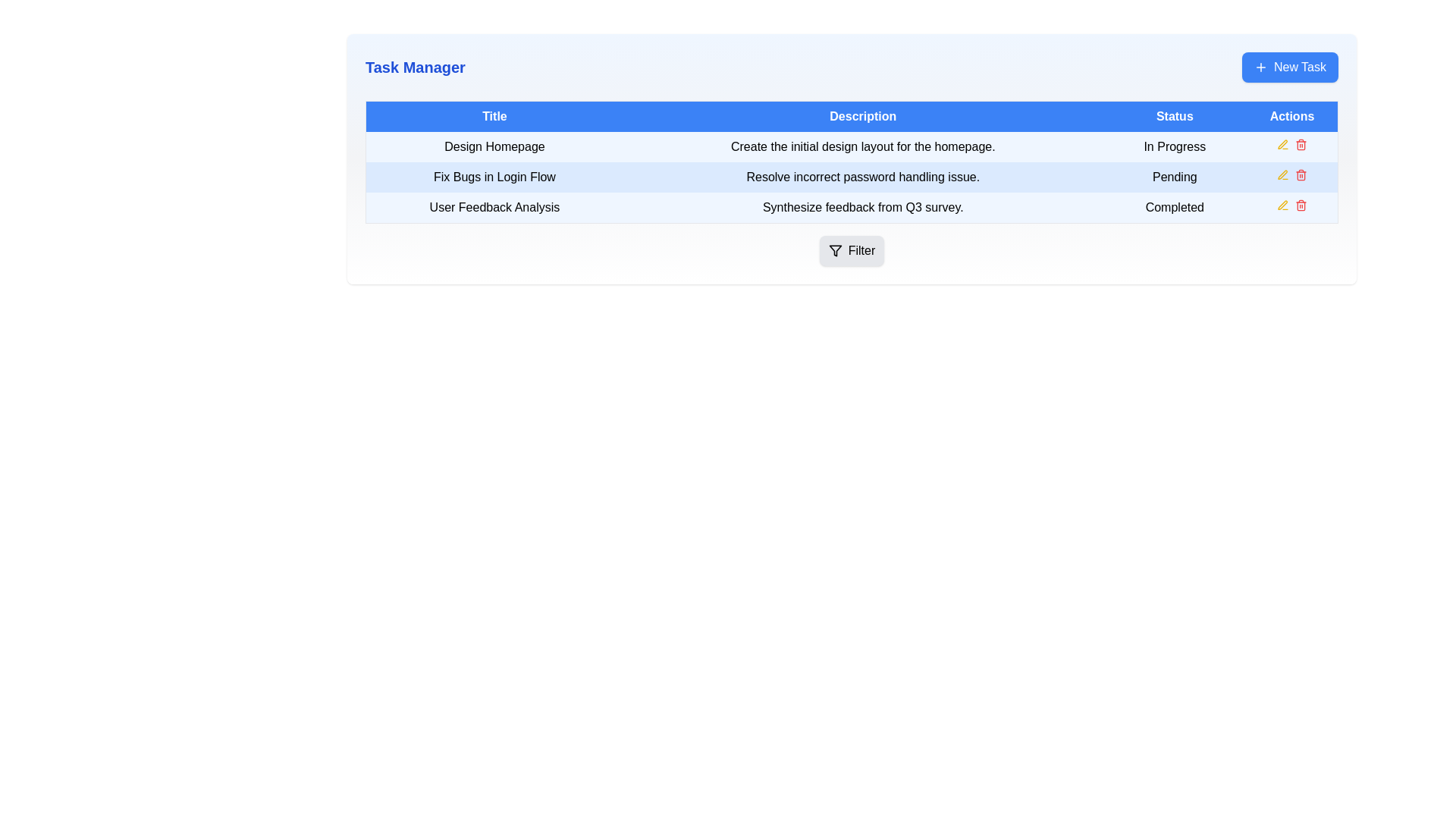 Image resolution: width=1456 pixels, height=819 pixels. Describe the element at coordinates (1281, 174) in the screenshot. I see `the pen icon button in the 'Actions' column of the second row corresponding to the task 'Fix Bugs in Login Flow' to initiate task editing` at that location.